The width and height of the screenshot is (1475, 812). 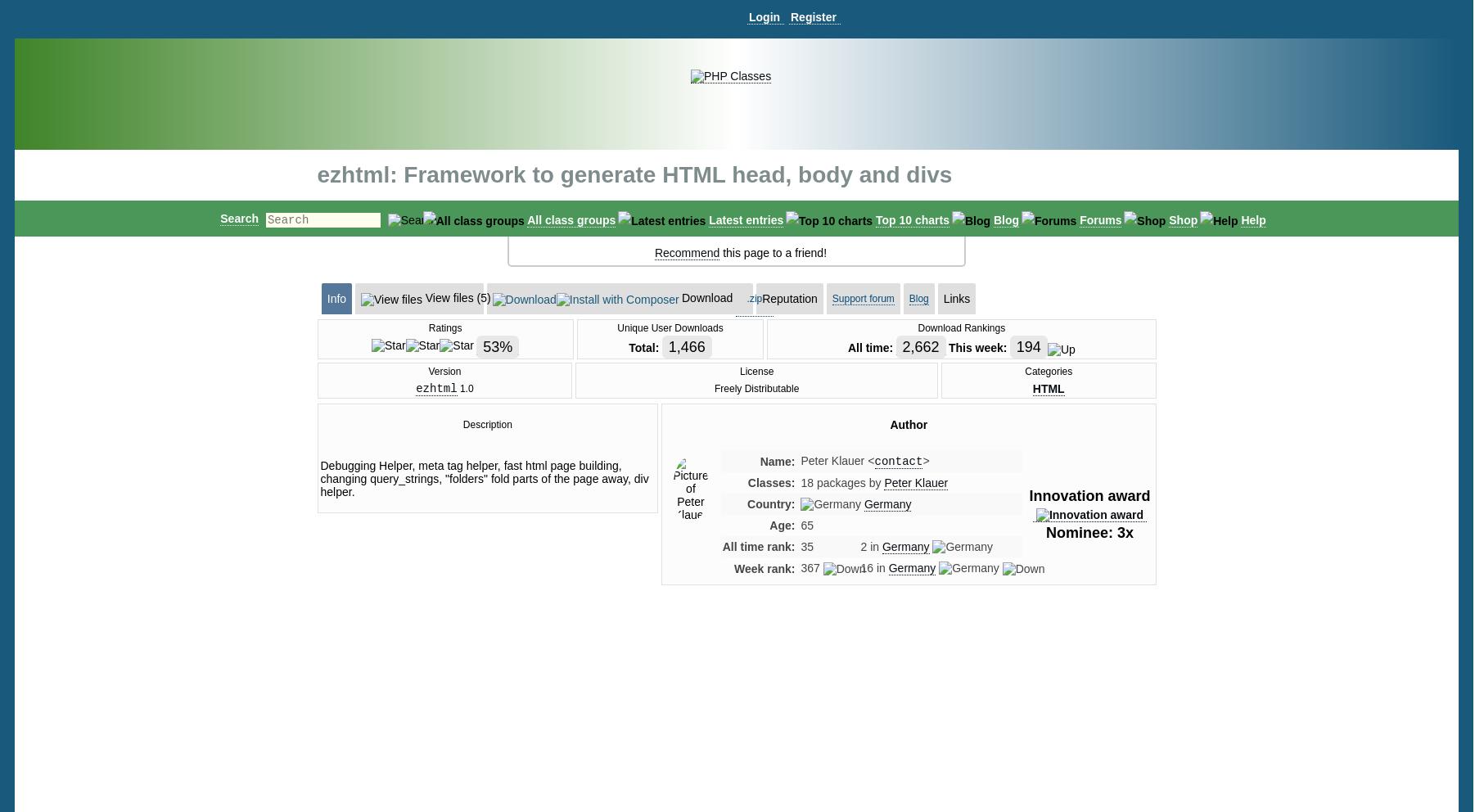 What do you see at coordinates (634, 174) in the screenshot?
I see `'ezhtml: Framework to generate HTML head, body and divs'` at bounding box center [634, 174].